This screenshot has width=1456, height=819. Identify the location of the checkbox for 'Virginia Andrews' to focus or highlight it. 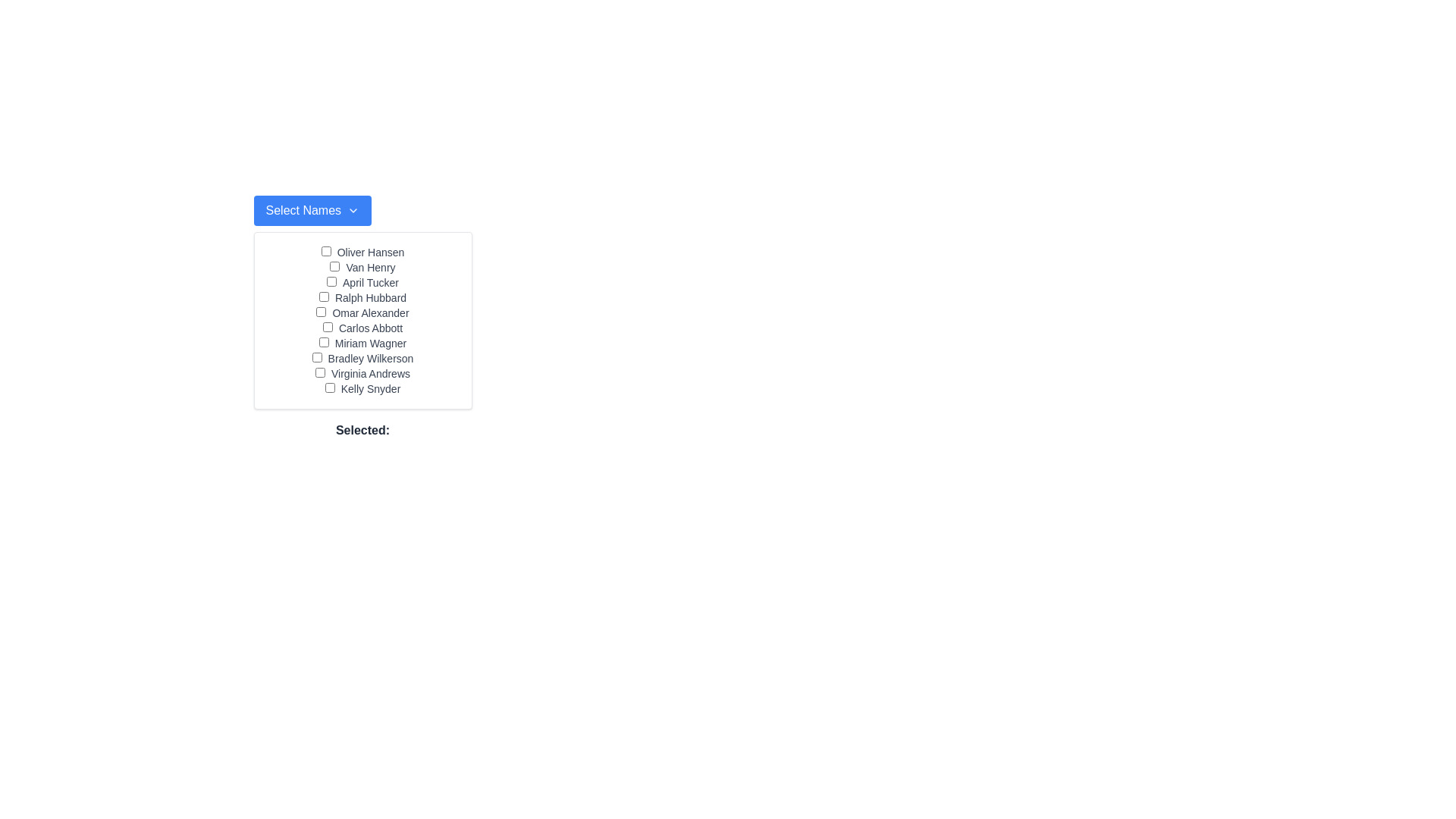
(319, 372).